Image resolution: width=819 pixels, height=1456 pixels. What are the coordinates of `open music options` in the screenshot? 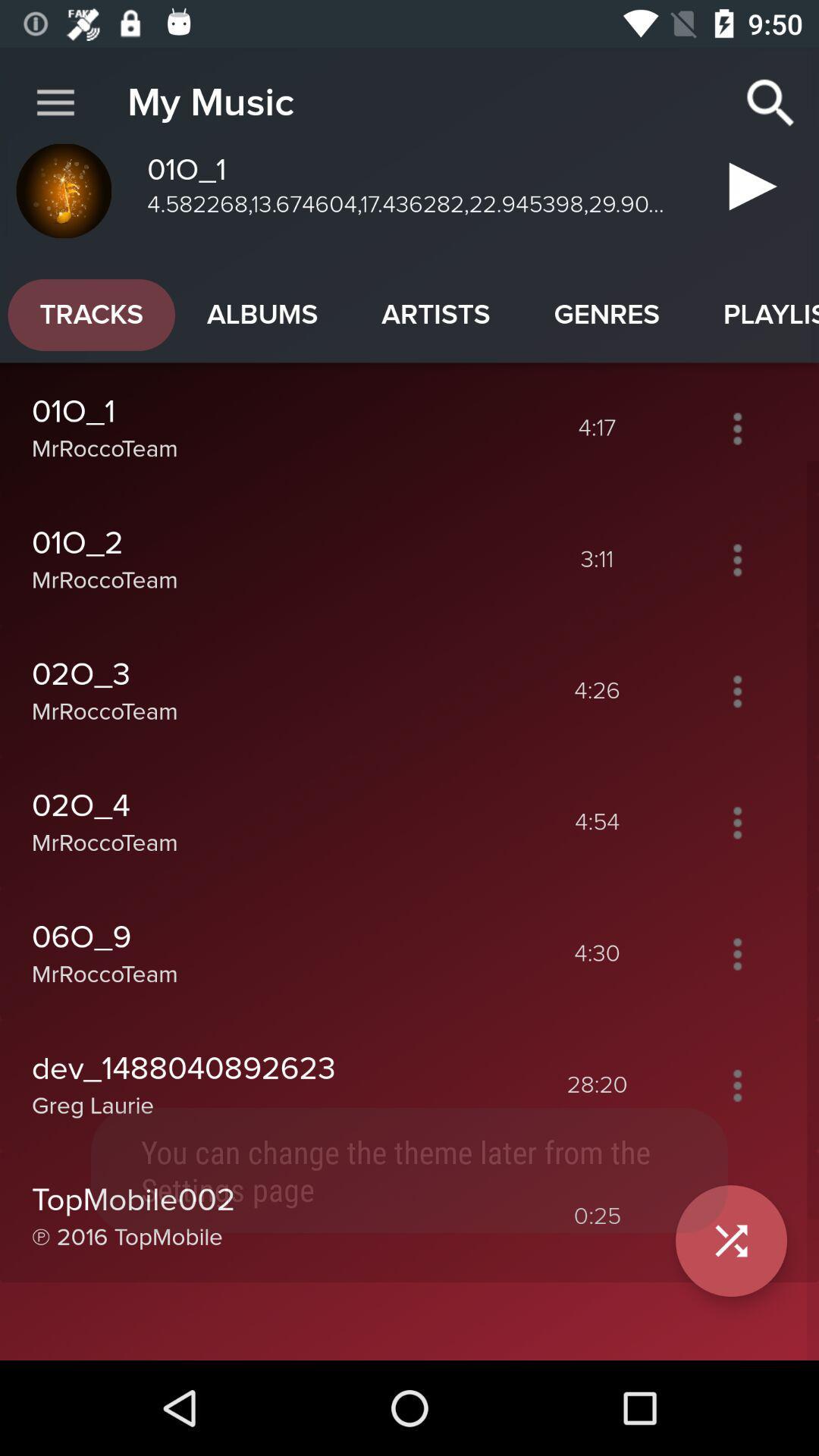 It's located at (736, 428).